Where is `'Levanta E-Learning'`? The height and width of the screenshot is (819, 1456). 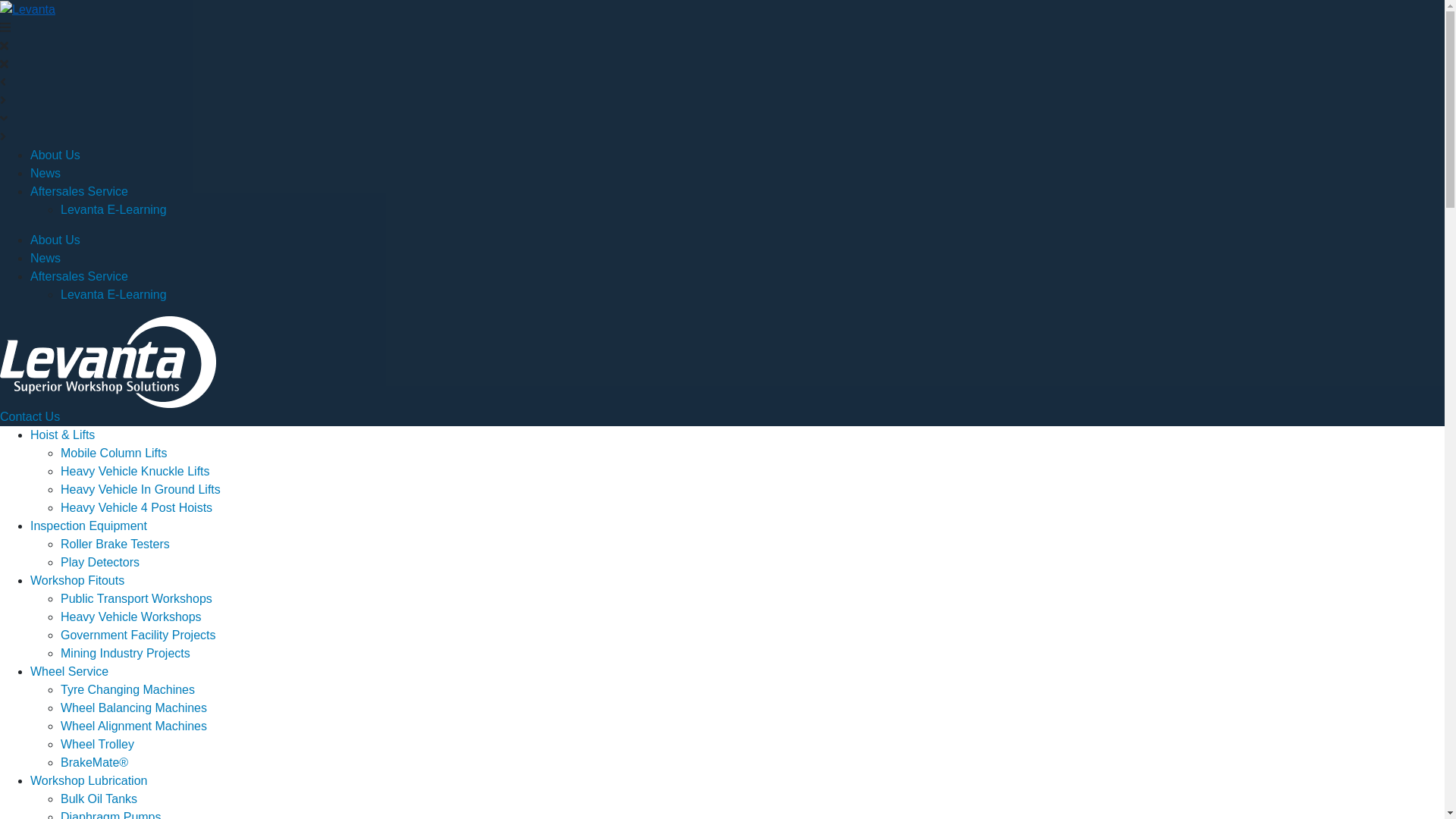 'Levanta E-Learning' is located at coordinates (112, 209).